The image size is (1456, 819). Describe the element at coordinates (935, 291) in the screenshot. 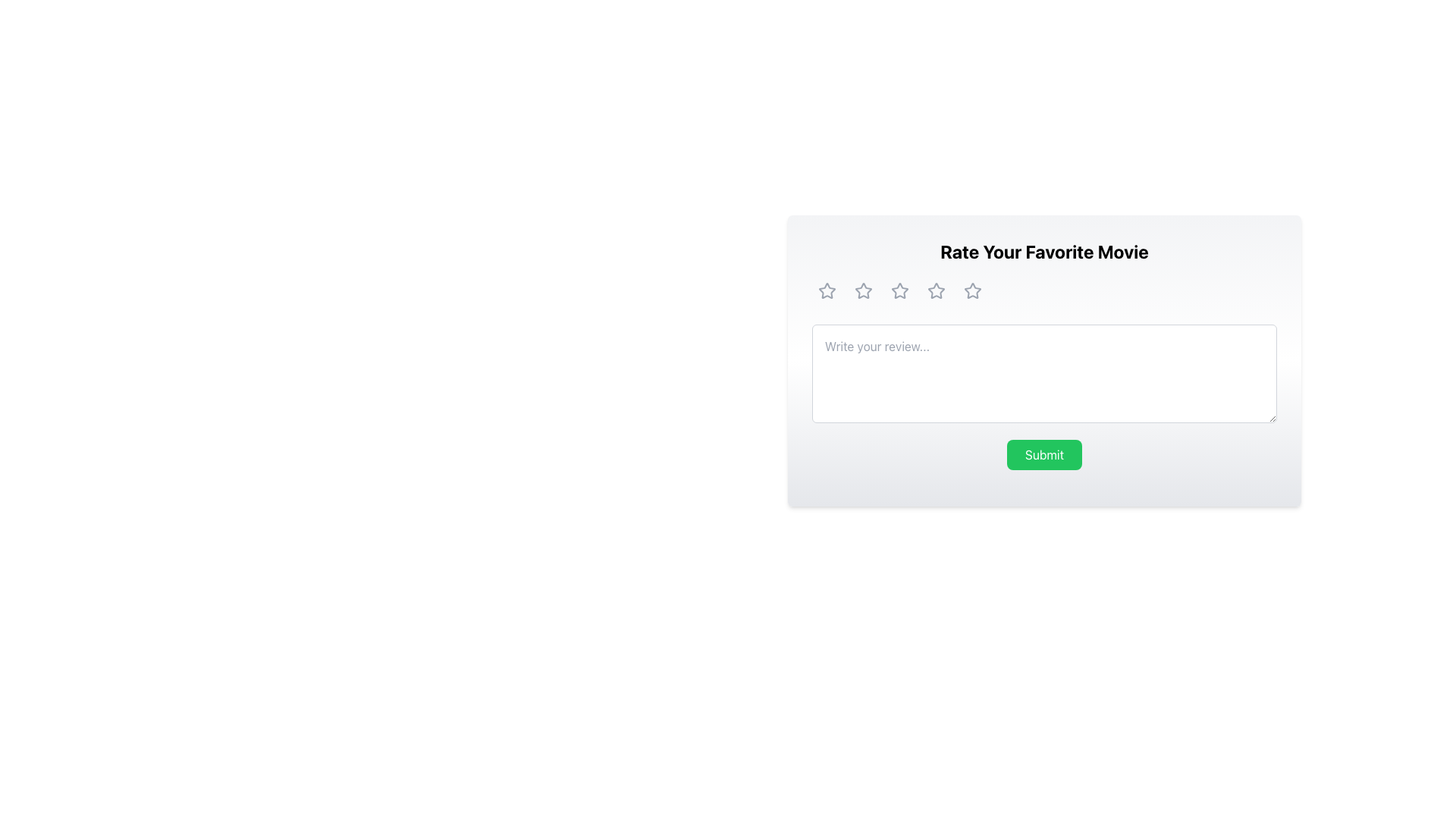

I see `the third star icon in the rating module under the heading 'Rate Your Favorite Movie'` at that location.